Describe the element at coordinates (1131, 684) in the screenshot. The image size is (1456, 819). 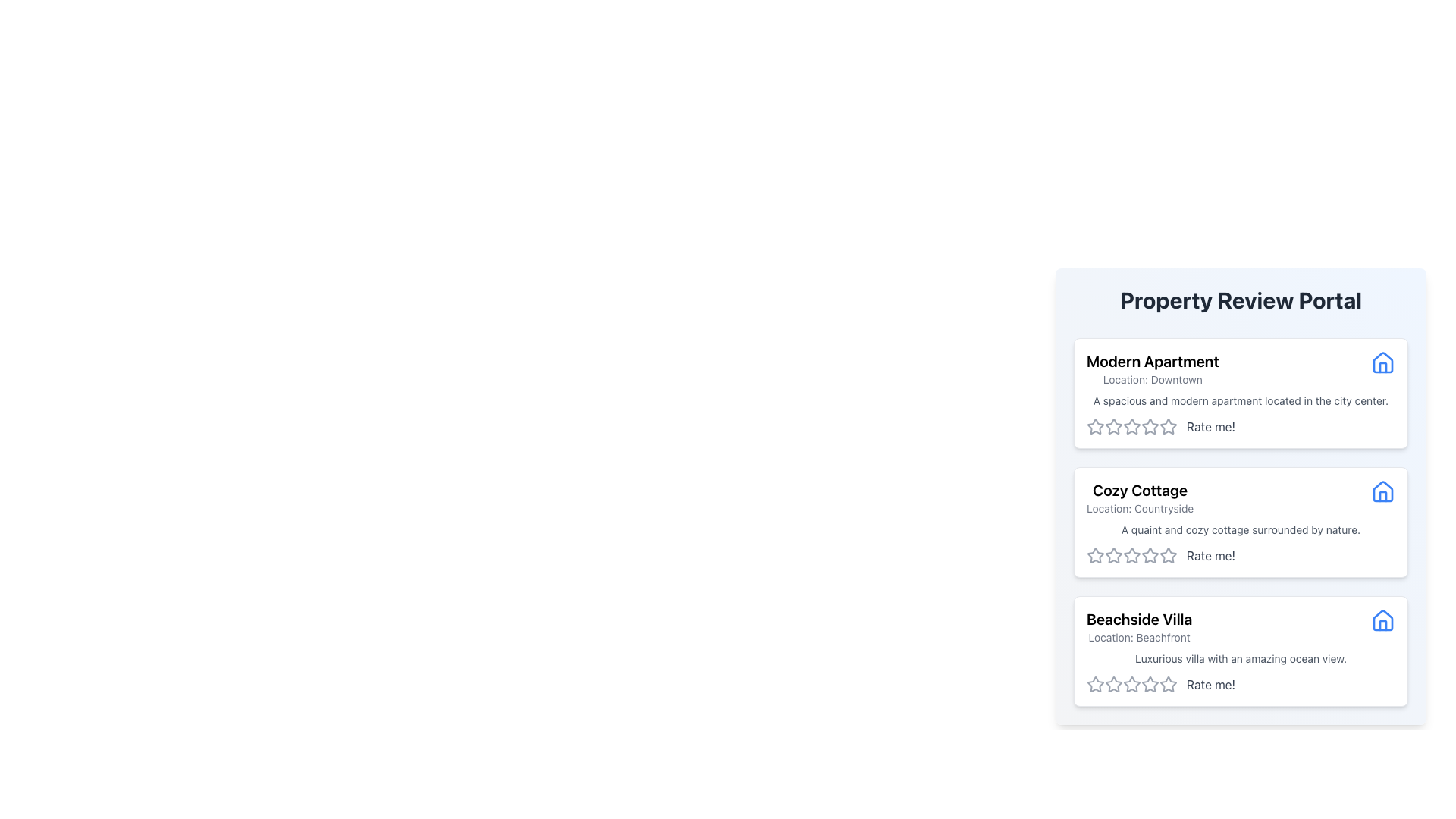
I see `the fourth star icon in the rating sequence of the 'Beachside Villa' card` at that location.